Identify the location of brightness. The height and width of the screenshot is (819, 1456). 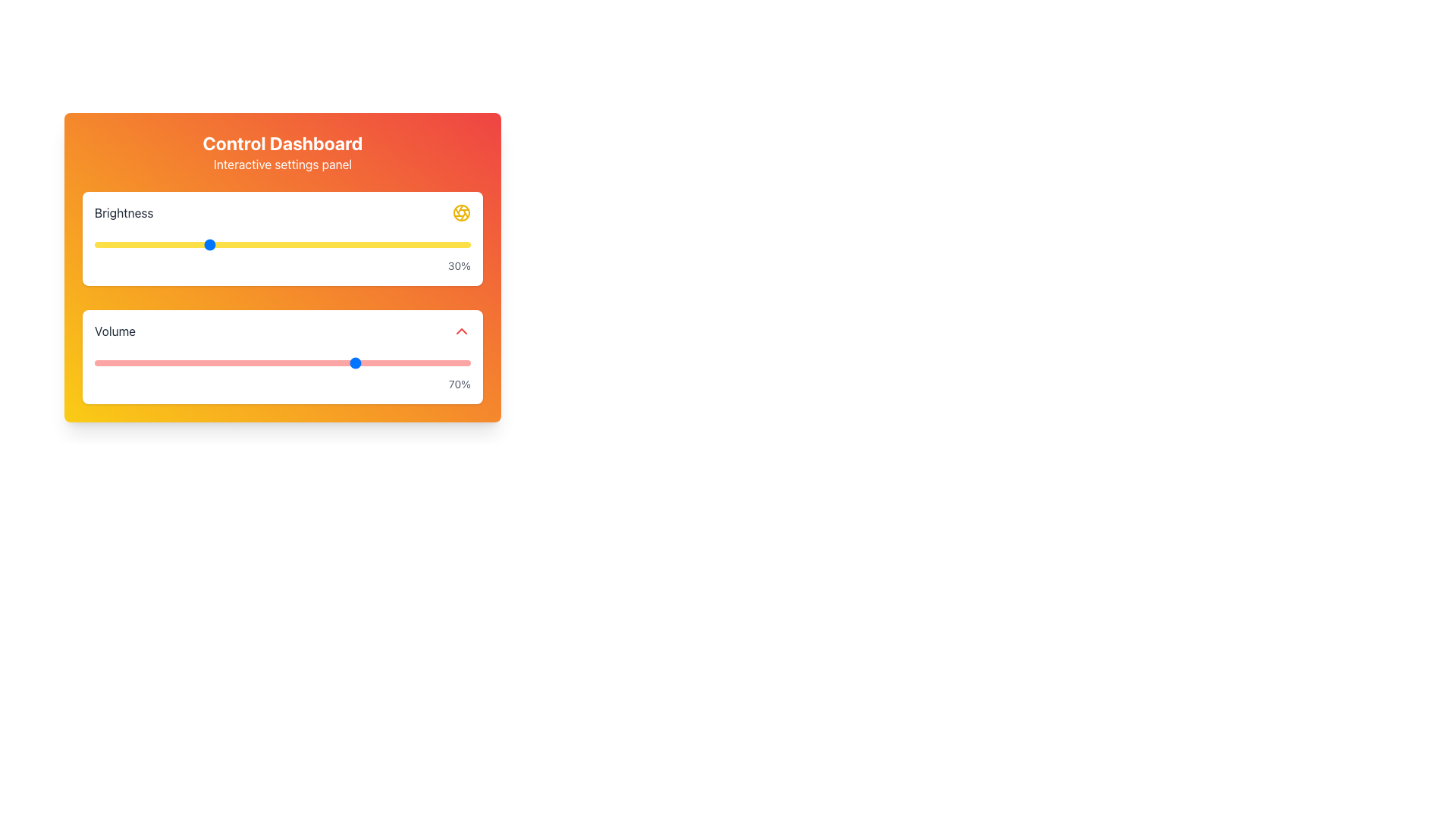
(319, 244).